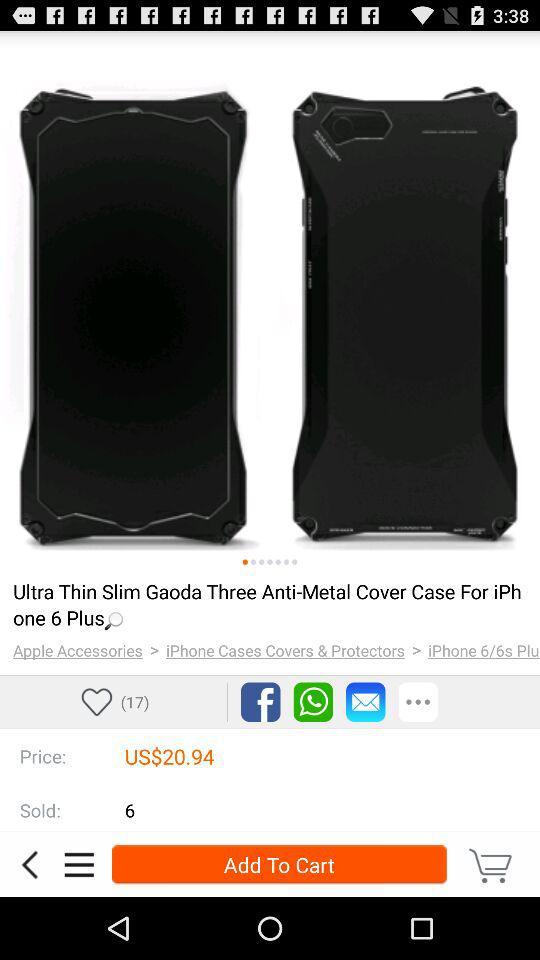 The image size is (540, 960). Describe the element at coordinates (76, 649) in the screenshot. I see `app next to the >` at that location.